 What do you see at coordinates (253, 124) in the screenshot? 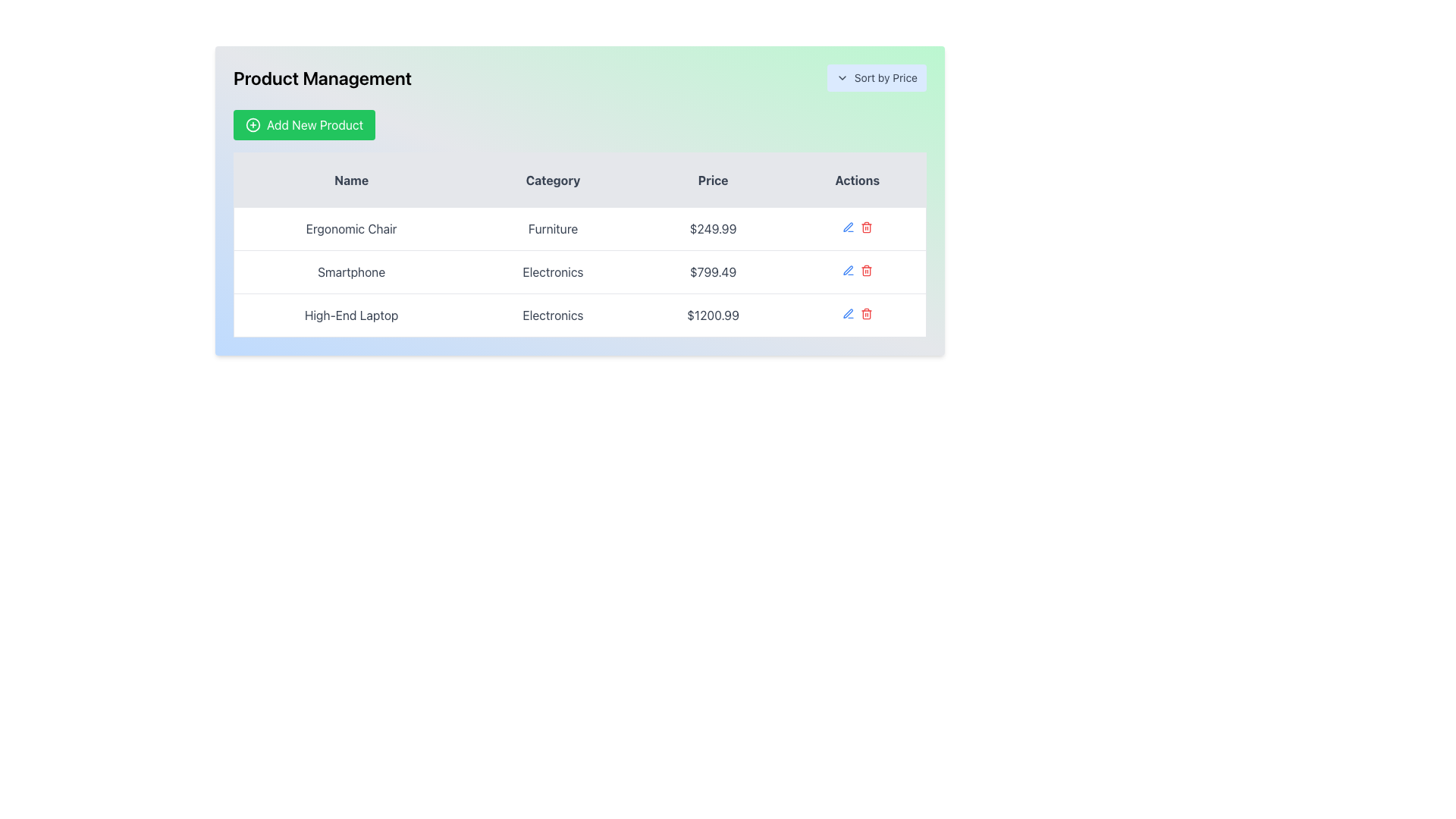
I see `the Decorative SVG Circle located within the green 'Add New Product' button, positioned below the 'Product Management' header and aligned to the left` at bounding box center [253, 124].